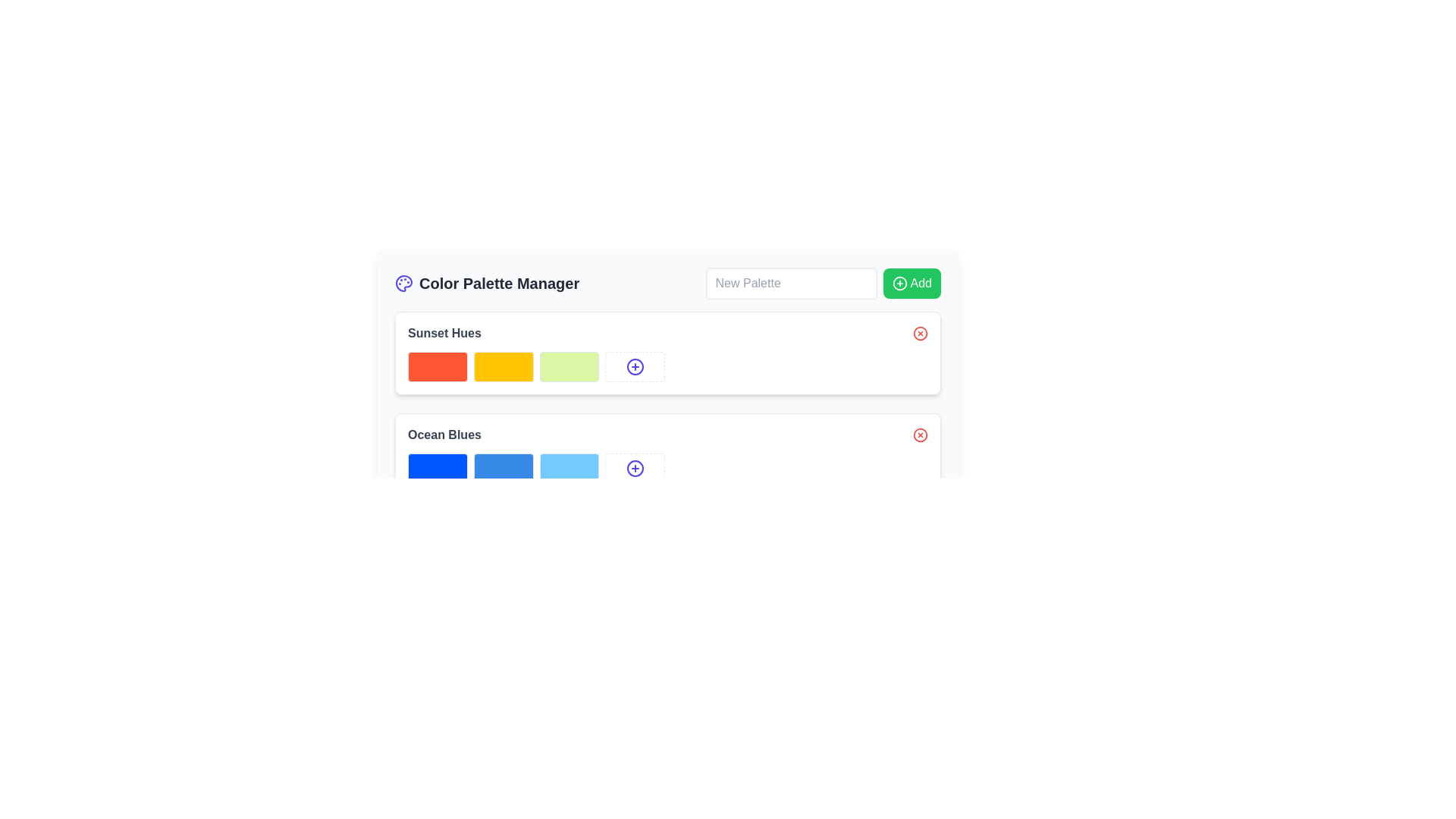  What do you see at coordinates (487, 284) in the screenshot?
I see `the text label that titles the color palette manager tools, located at the top-left corner of the interface, to the right of the palette icon` at bounding box center [487, 284].